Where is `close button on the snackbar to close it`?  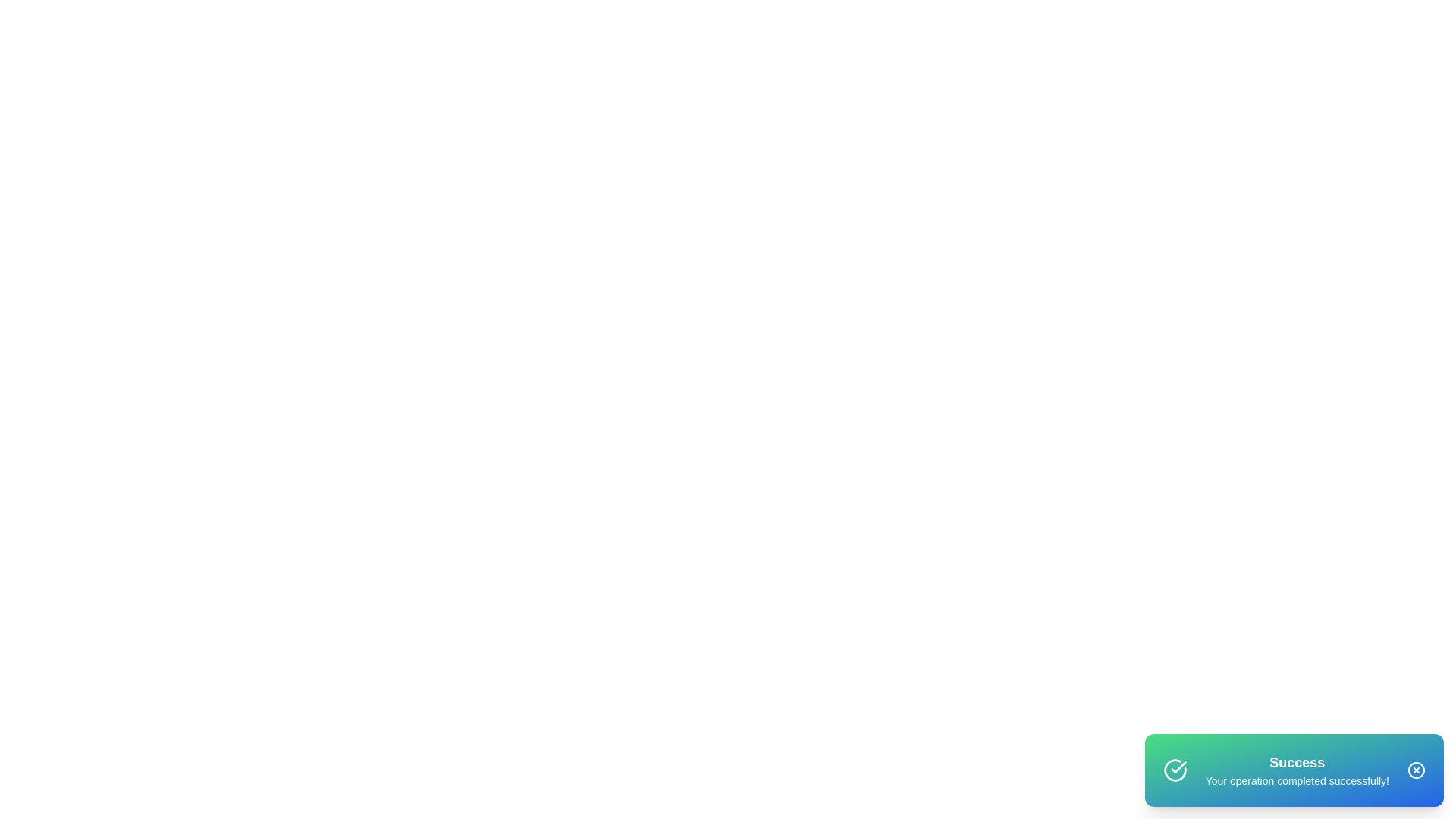 close button on the snackbar to close it is located at coordinates (1415, 770).